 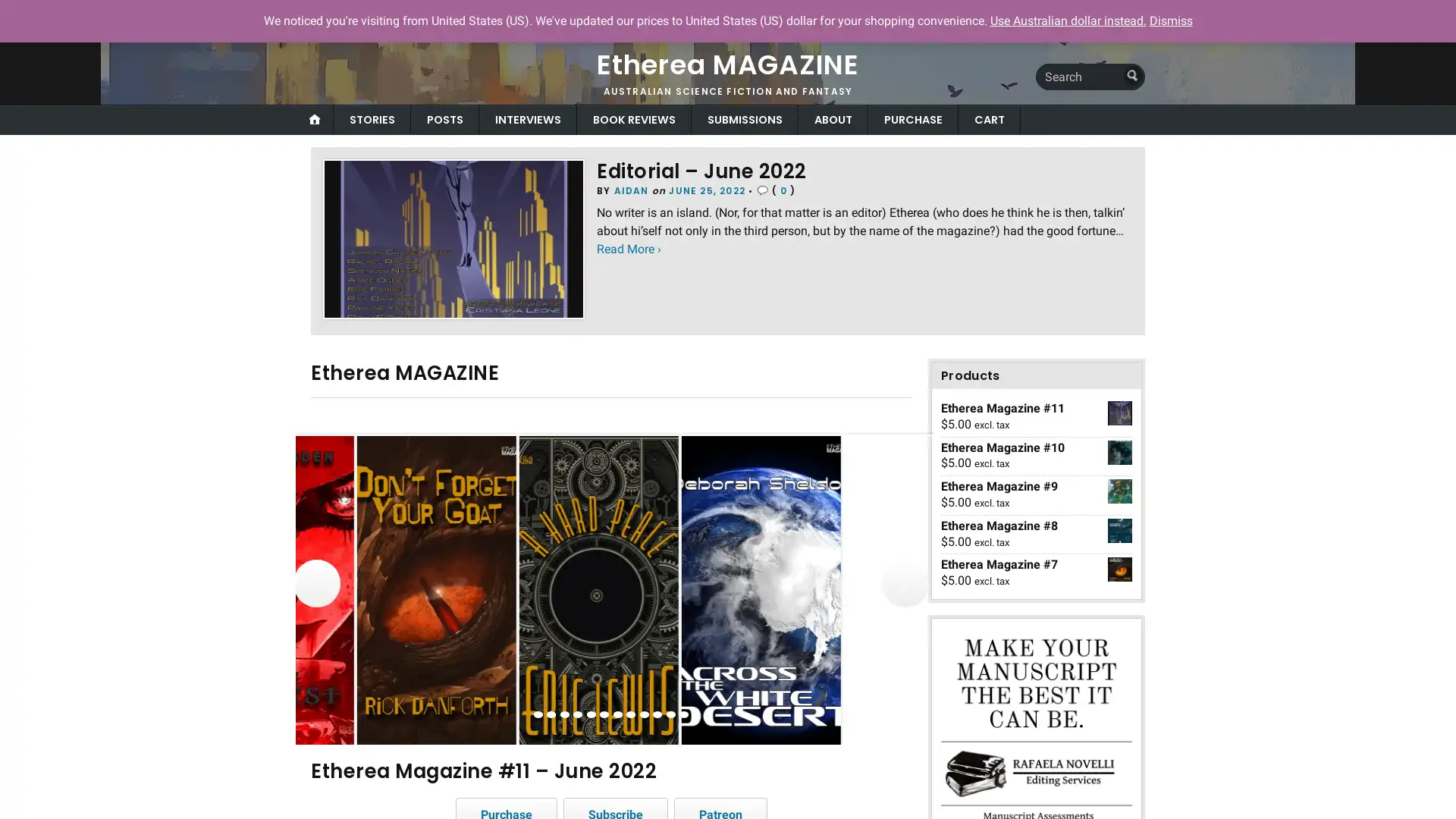 I want to click on view image 1 of 12 in carousel, so click(x=538, y=714).